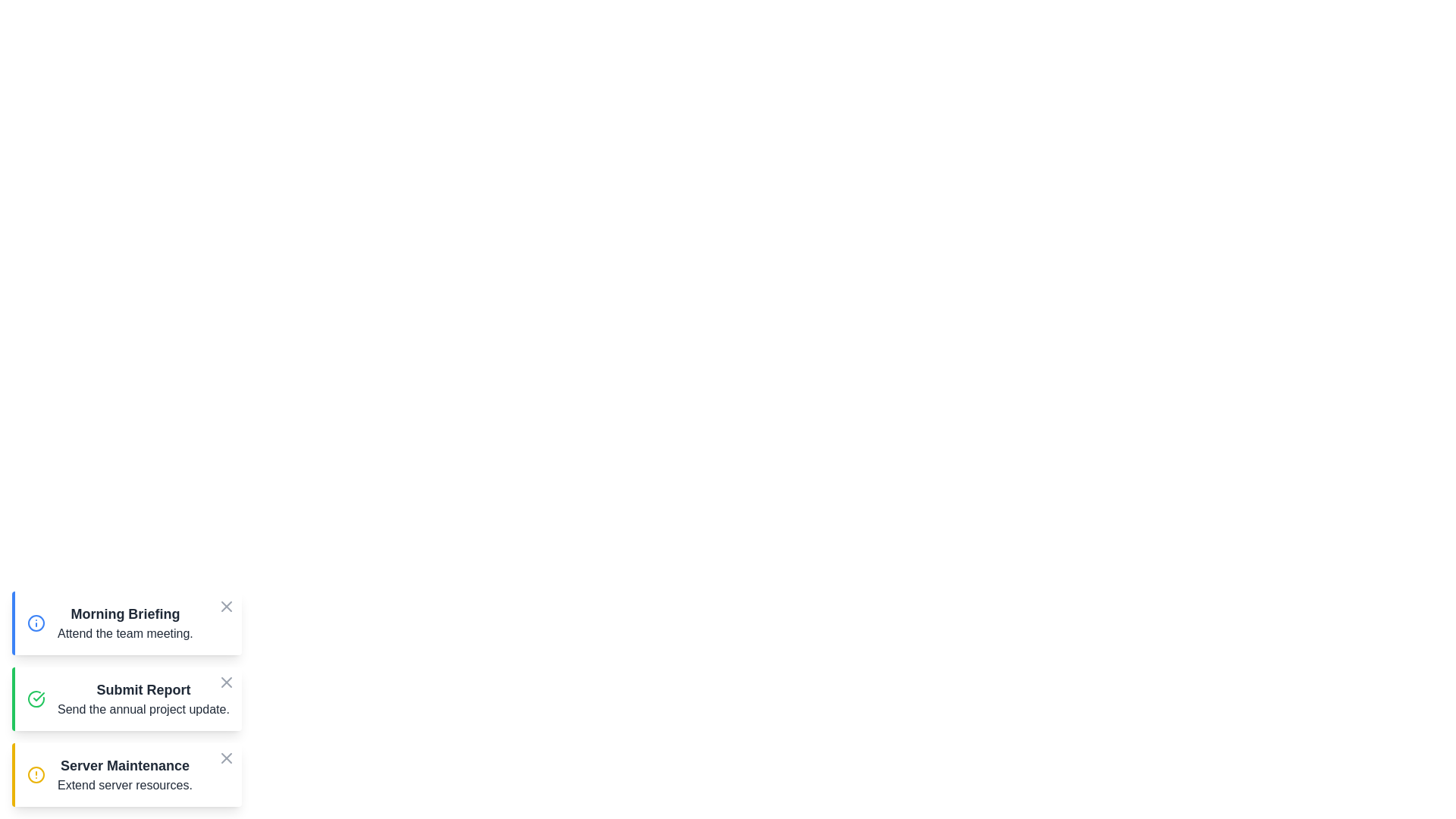  I want to click on the small circular alert icon with a yellow circle and an exclamation mark, located near the 'Server Maintenance' text block, to acknowledge or interact with the alert, so click(36, 775).